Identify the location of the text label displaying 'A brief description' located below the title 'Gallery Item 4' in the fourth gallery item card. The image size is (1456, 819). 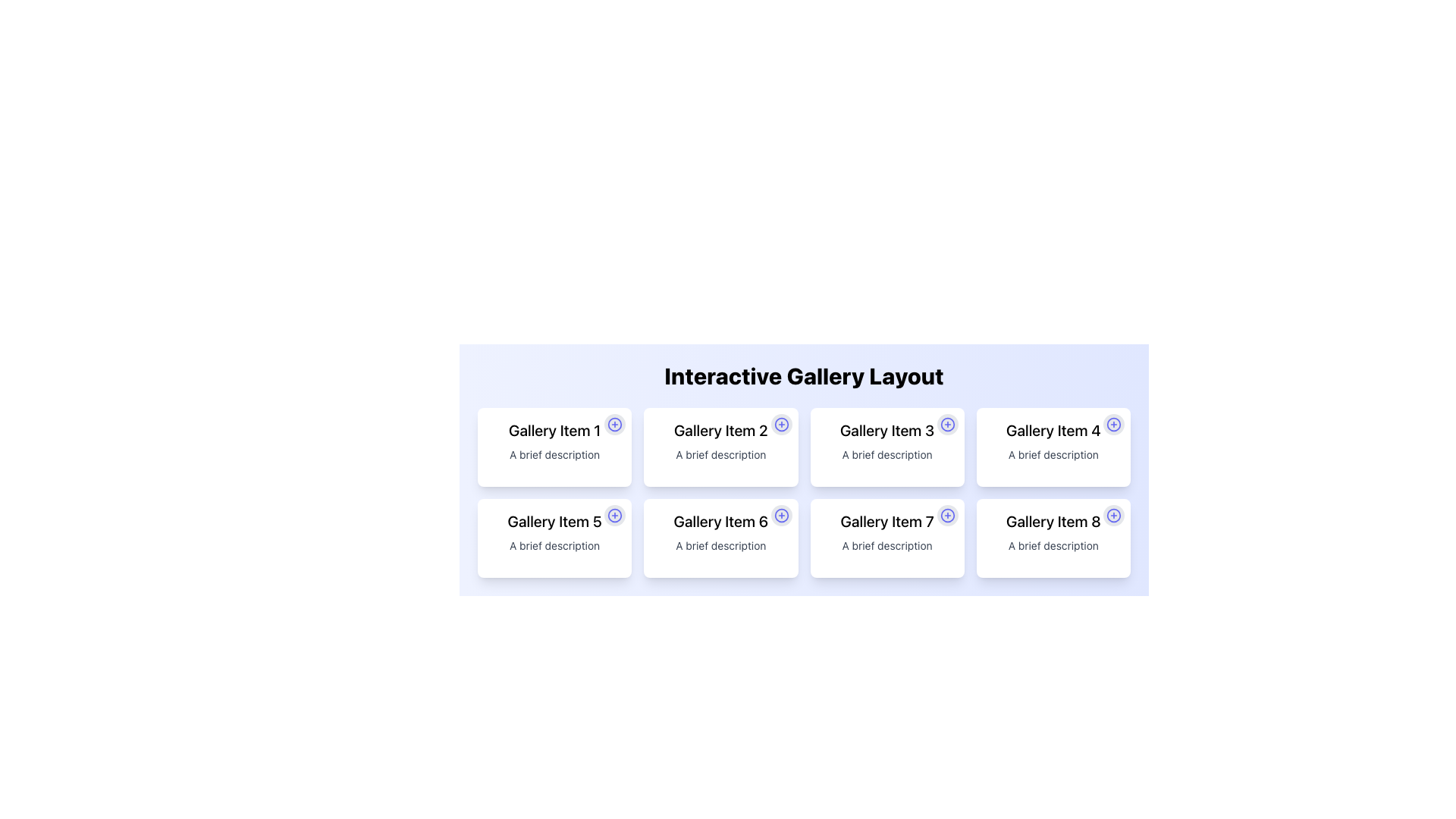
(1053, 454).